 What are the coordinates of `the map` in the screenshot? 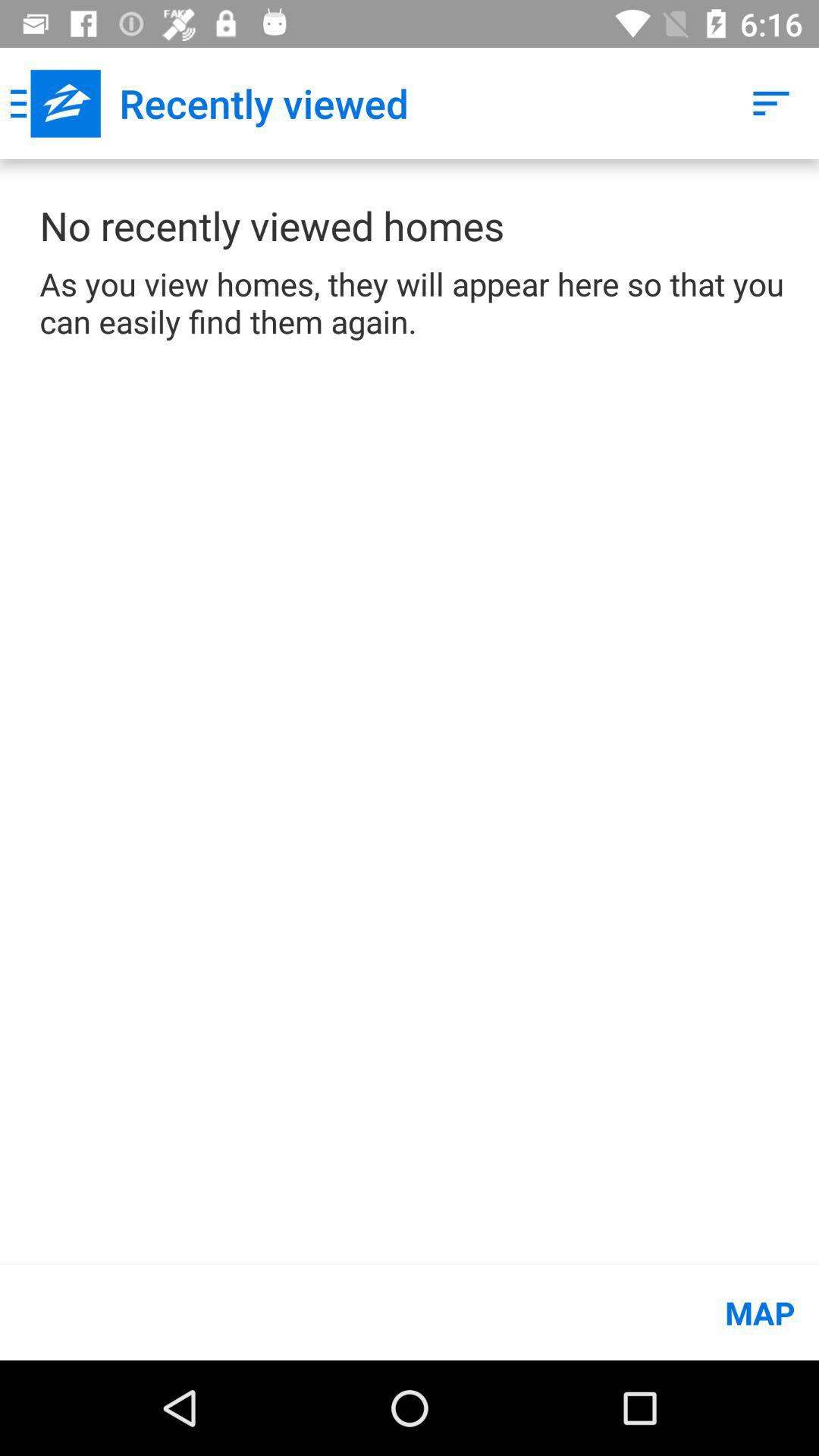 It's located at (409, 1312).